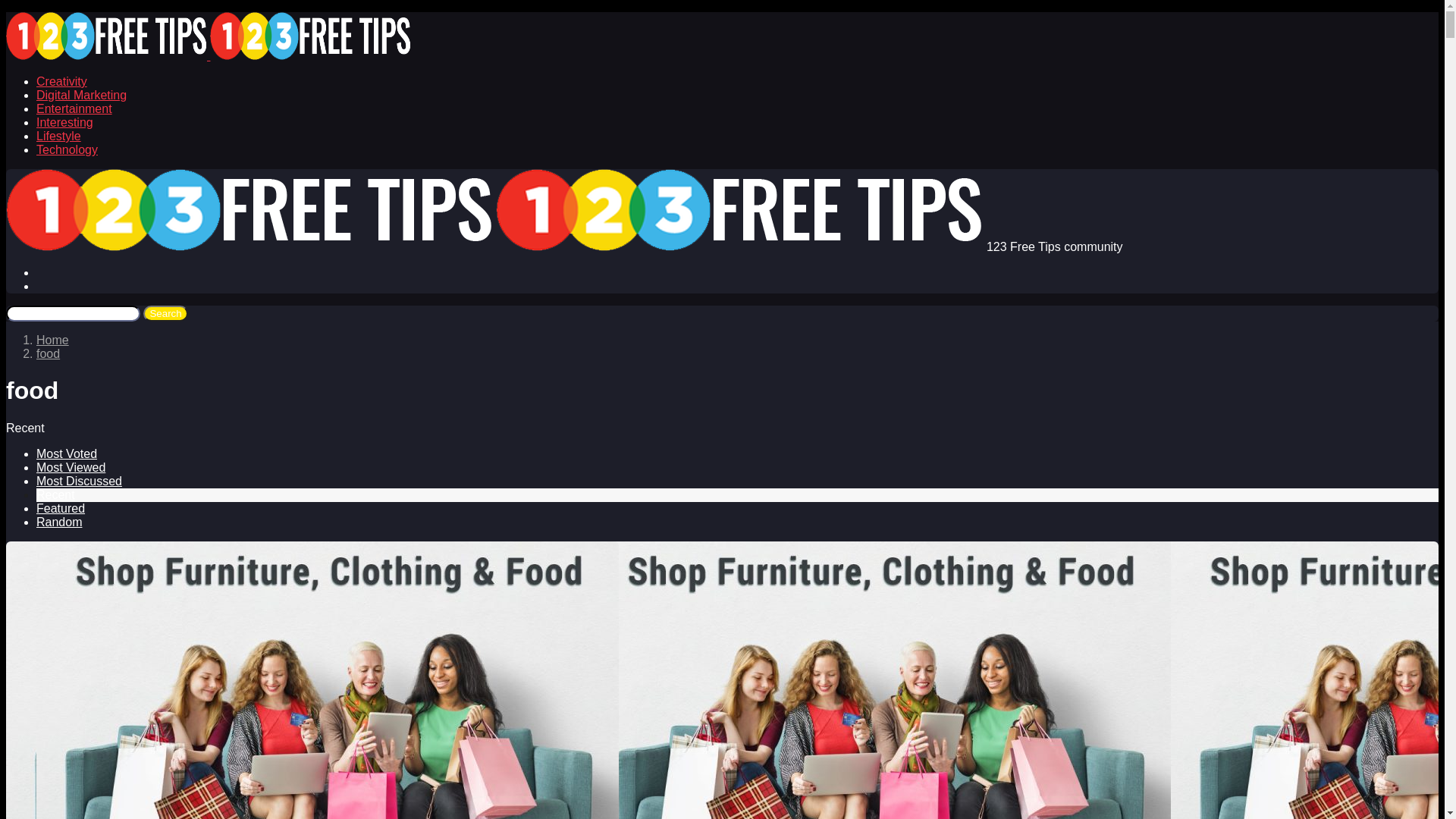  I want to click on 'Home', so click(52, 339).